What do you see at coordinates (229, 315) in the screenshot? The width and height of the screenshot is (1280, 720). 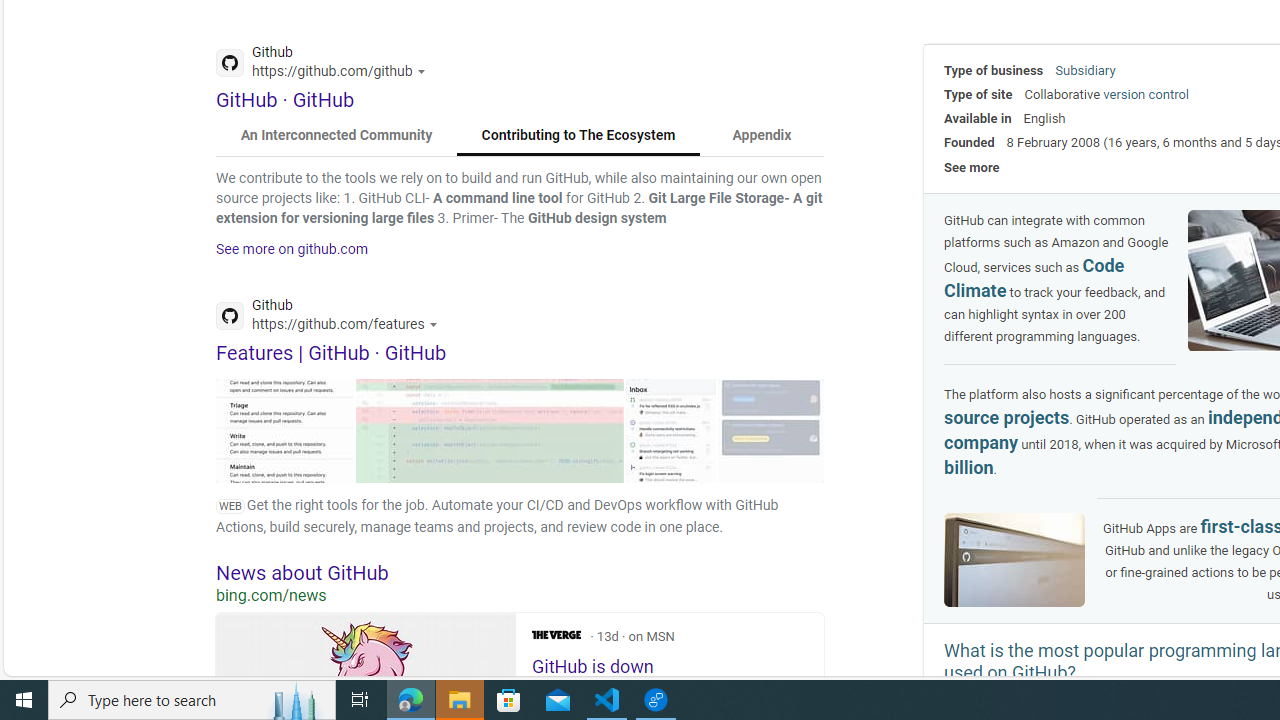 I see `'Global web icon'` at bounding box center [229, 315].